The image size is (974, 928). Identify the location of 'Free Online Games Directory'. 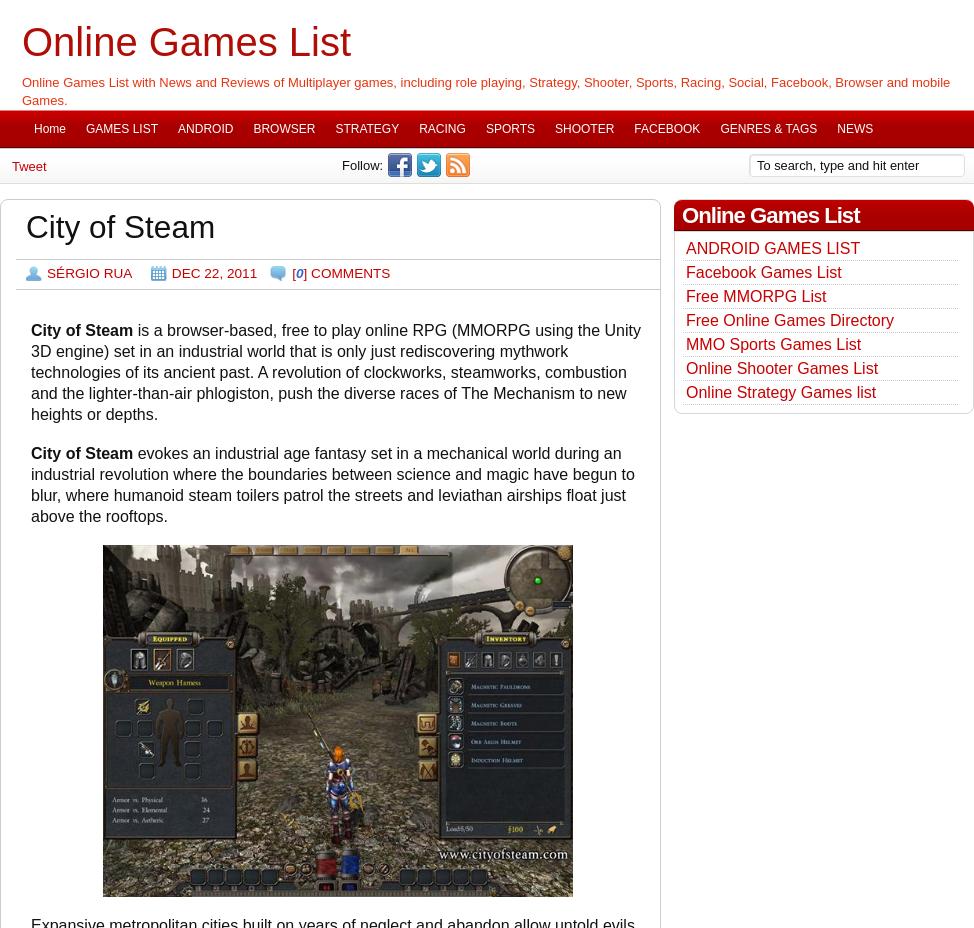
(789, 319).